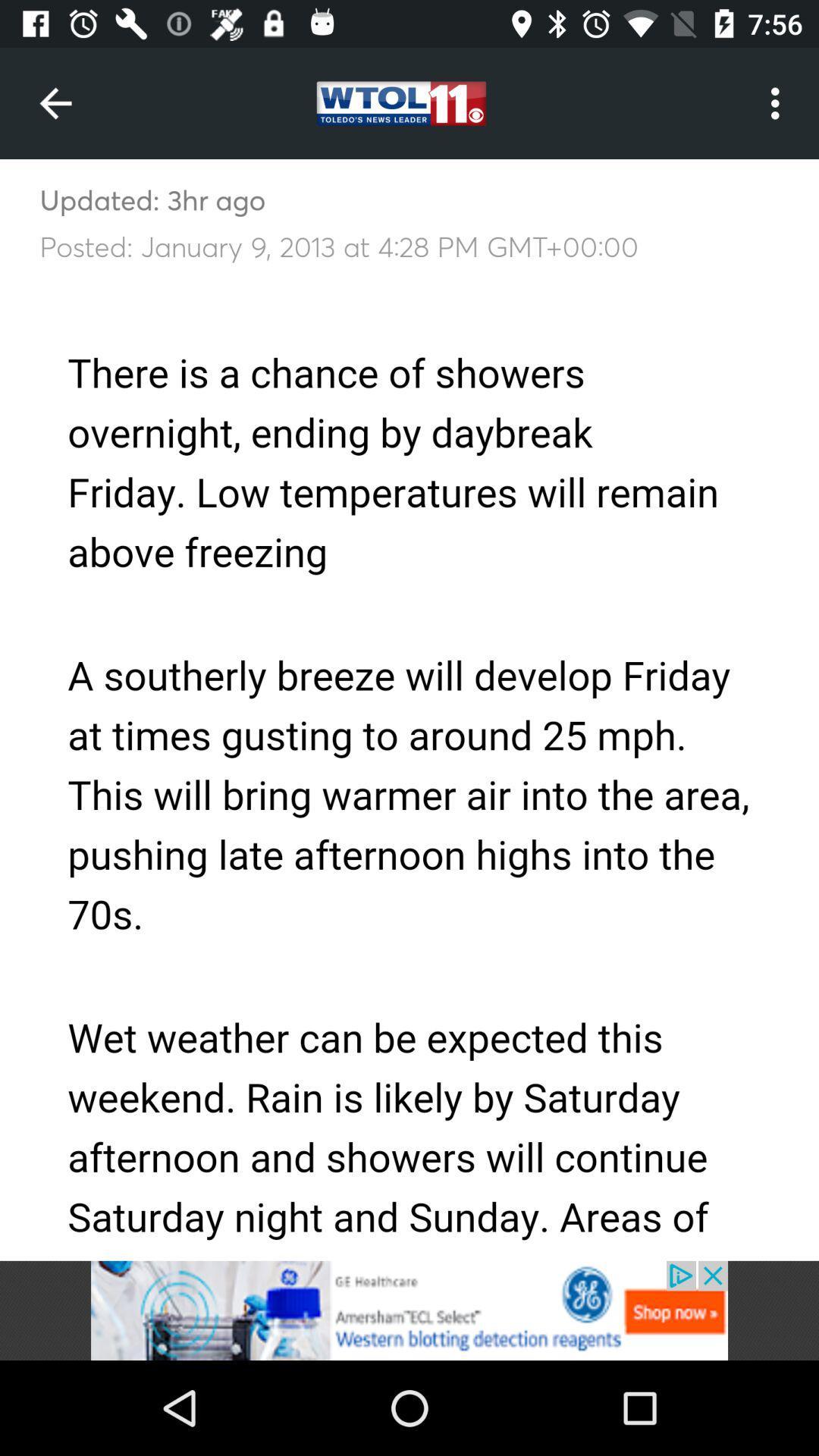  I want to click on advertisement page, so click(409, 1310).